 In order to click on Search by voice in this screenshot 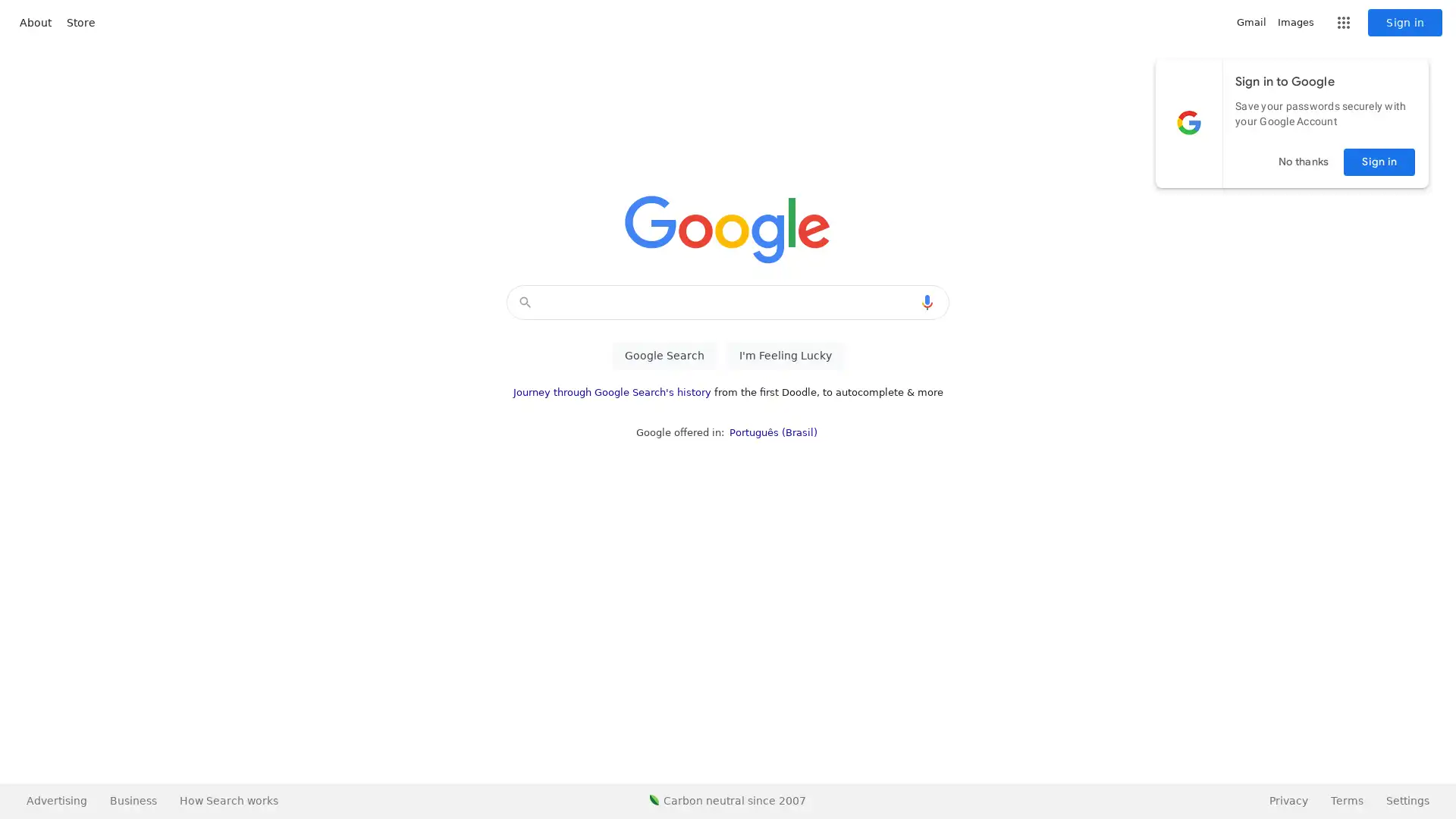, I will do `click(927, 302)`.